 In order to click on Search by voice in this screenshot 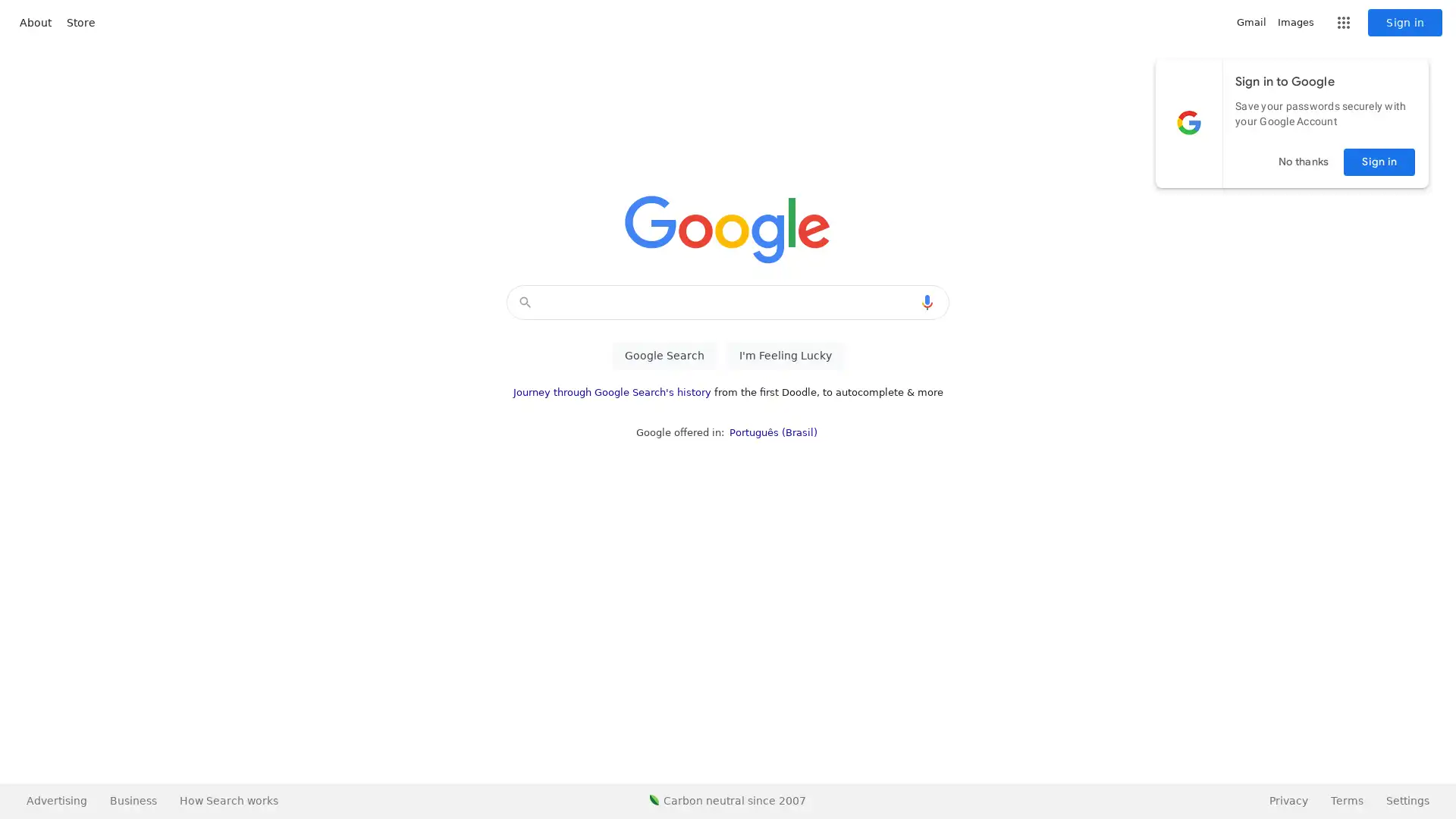, I will do `click(927, 302)`.